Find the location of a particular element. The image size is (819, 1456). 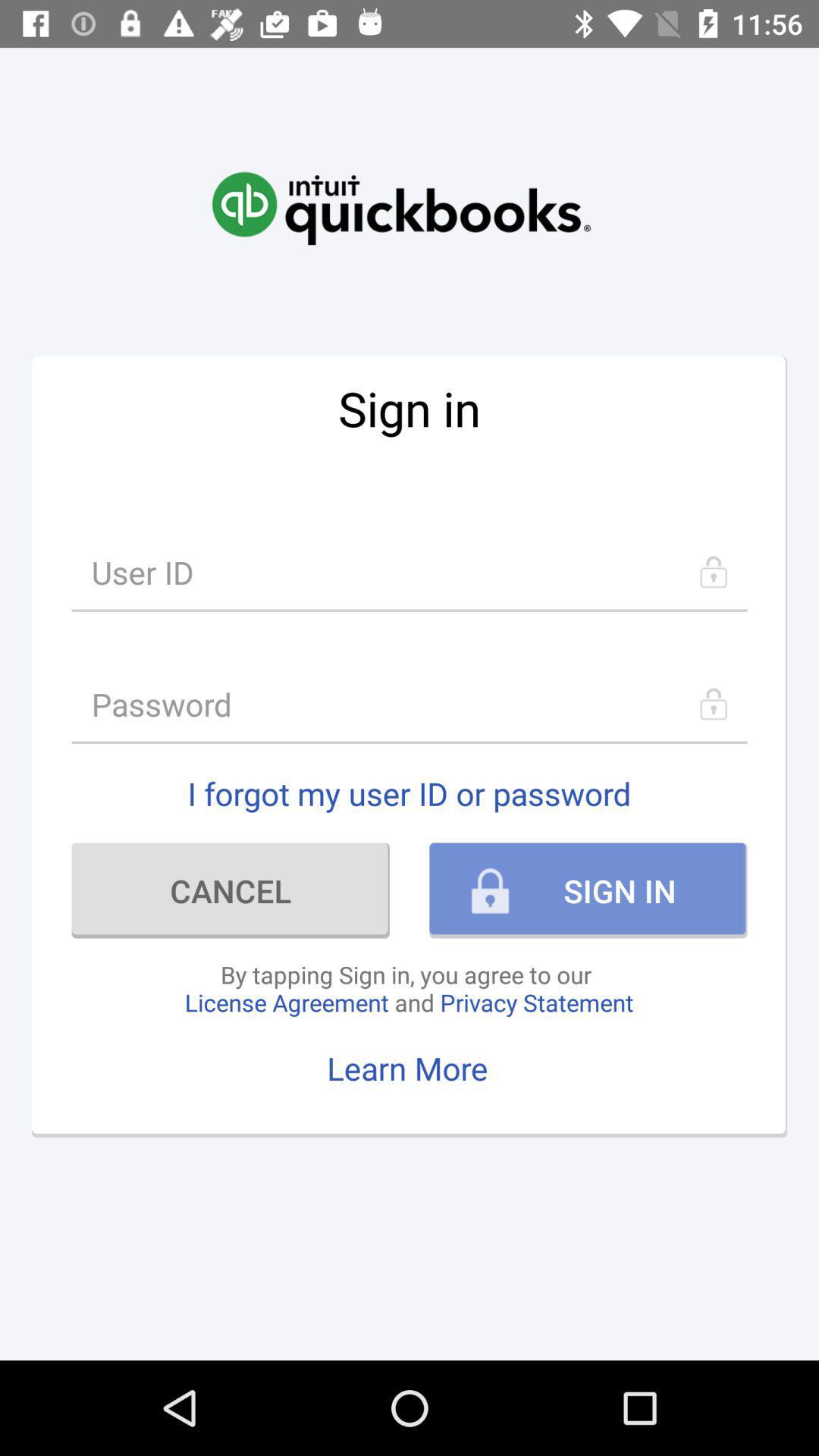

password is located at coordinates (409, 703).